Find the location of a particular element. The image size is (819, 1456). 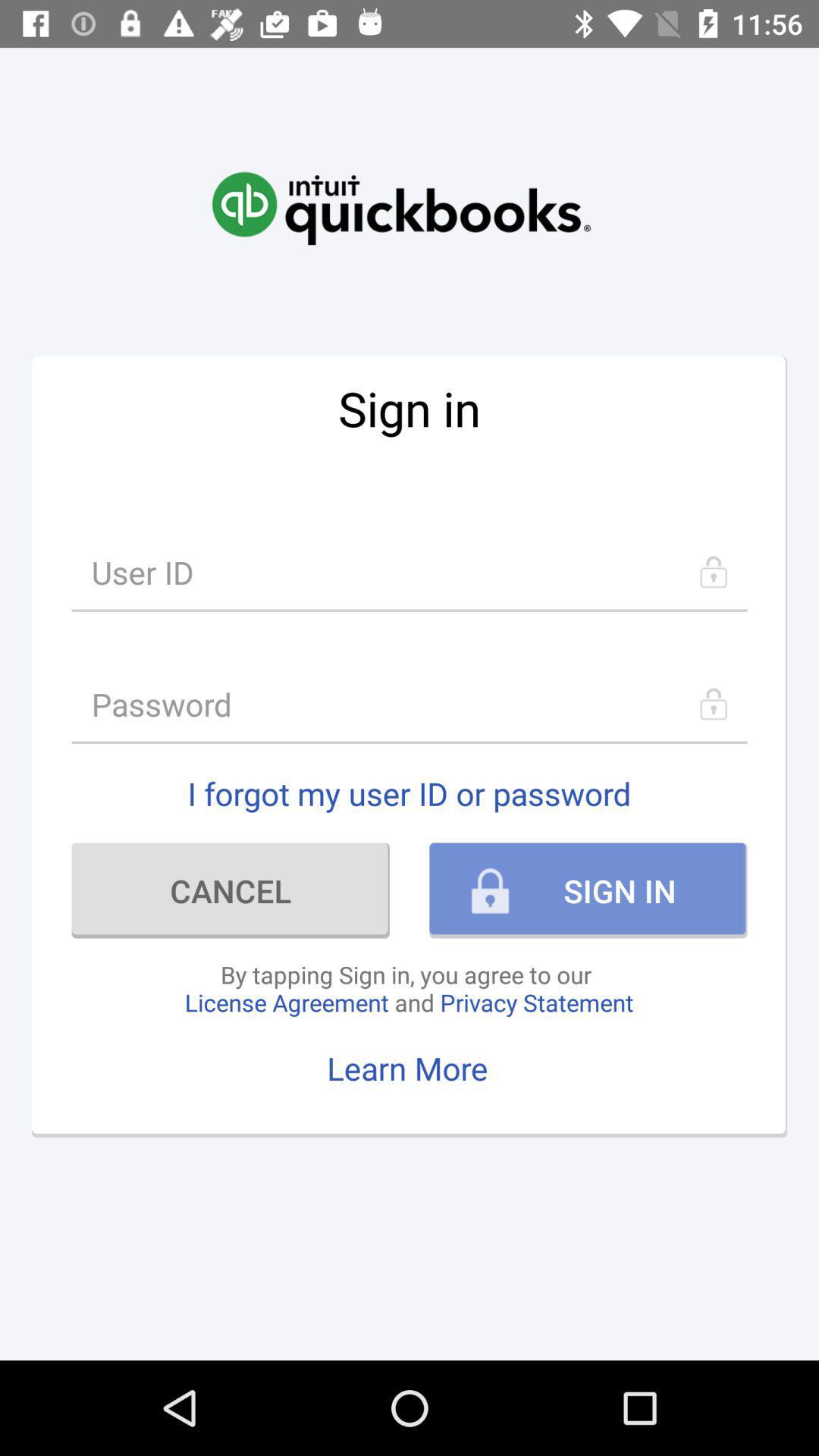

password is located at coordinates (409, 703).